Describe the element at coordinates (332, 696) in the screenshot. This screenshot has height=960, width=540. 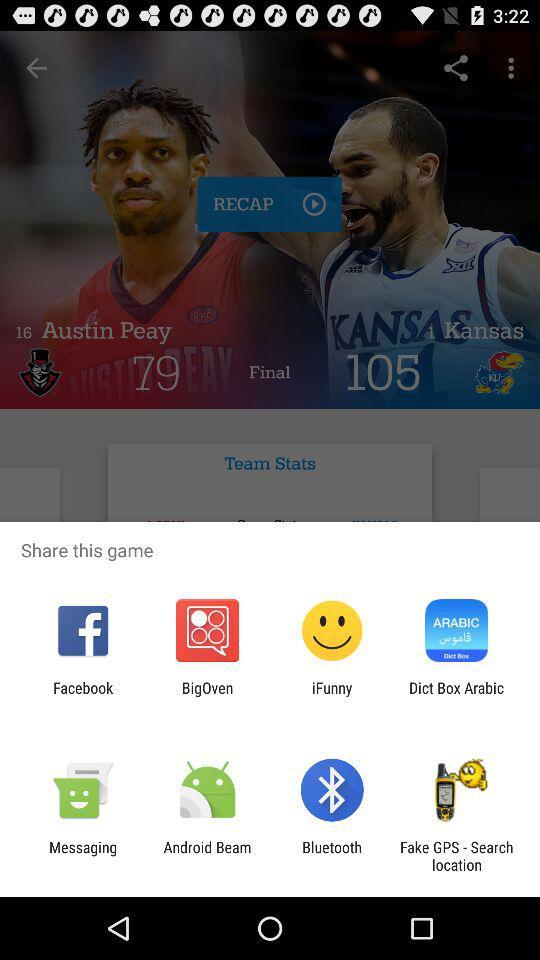
I see `app to the right of bigoven item` at that location.